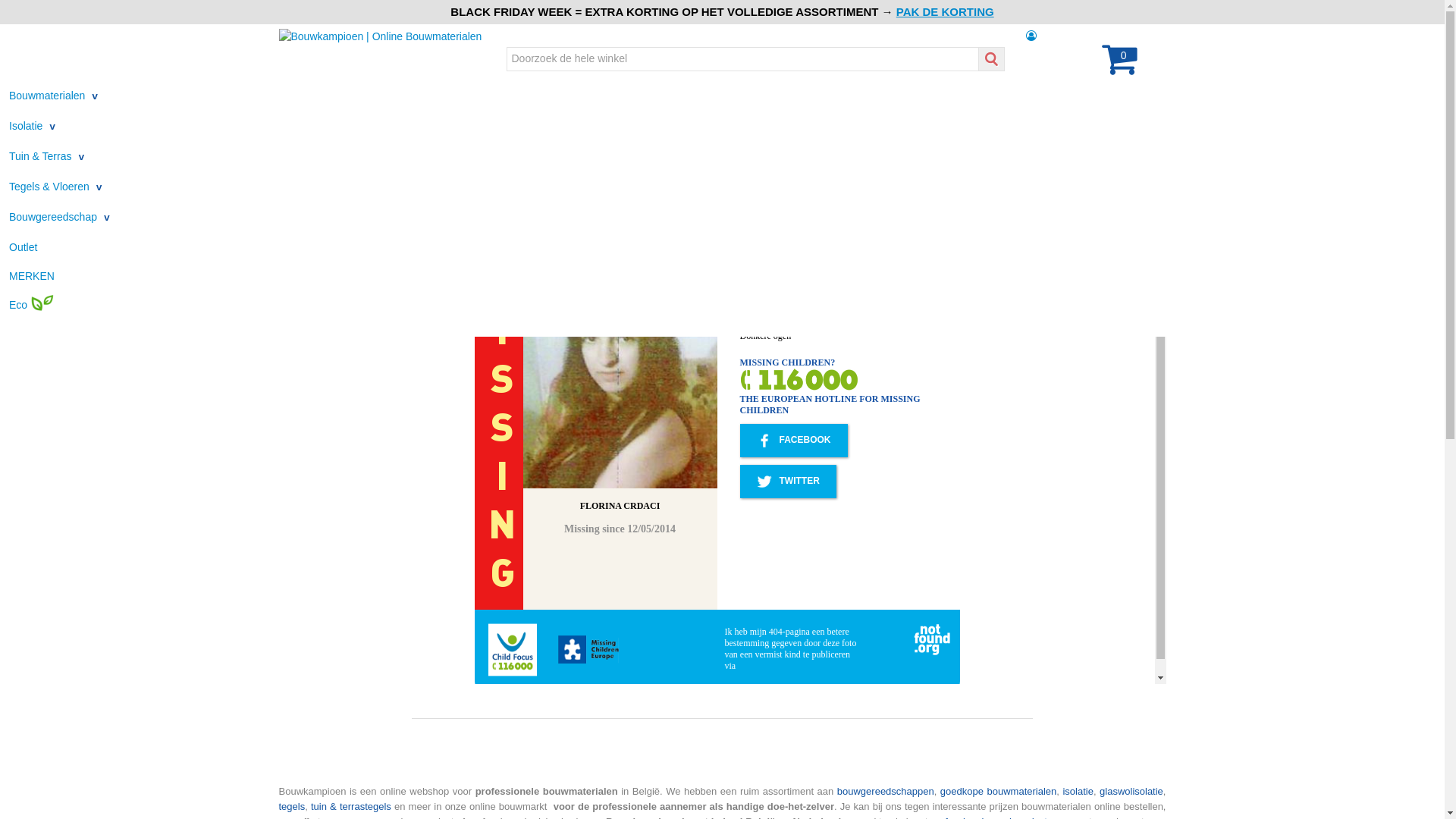 The width and height of the screenshot is (1456, 819). I want to click on 'Outlet', so click(23, 246).